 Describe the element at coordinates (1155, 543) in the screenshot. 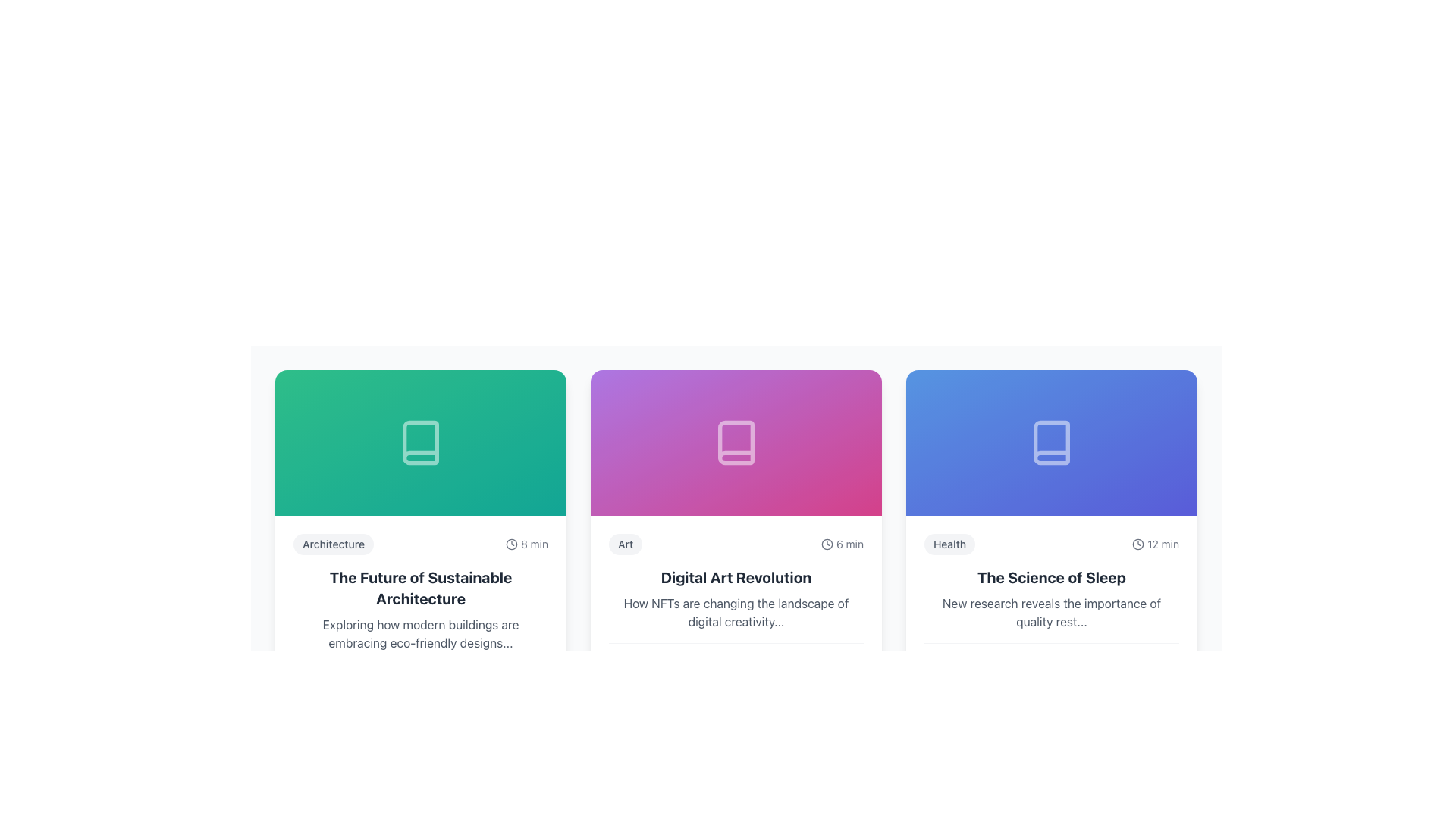

I see `the clock icon and text label grouping displaying '12 min', located to the right of the 'Health' label` at that location.